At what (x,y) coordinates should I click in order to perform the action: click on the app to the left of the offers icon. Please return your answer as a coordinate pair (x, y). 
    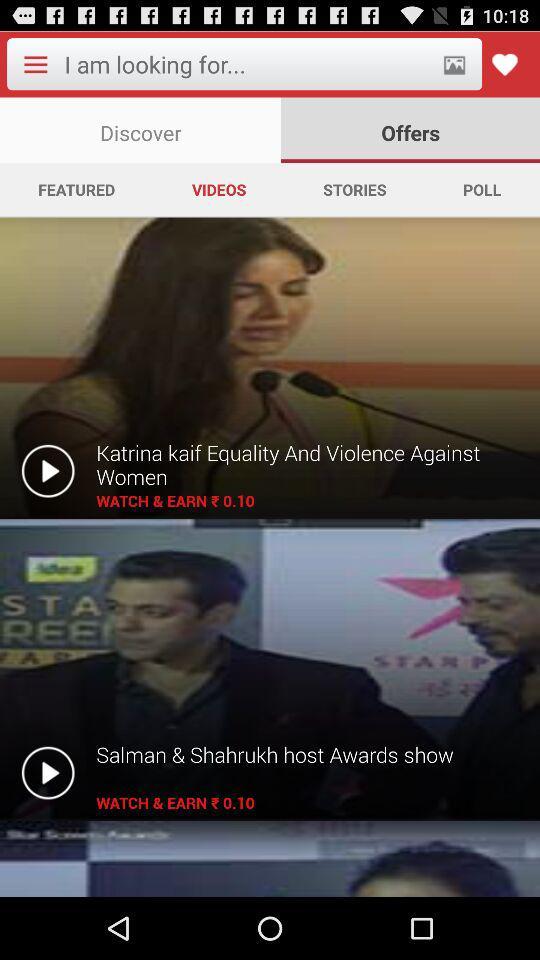
    Looking at the image, I should click on (139, 129).